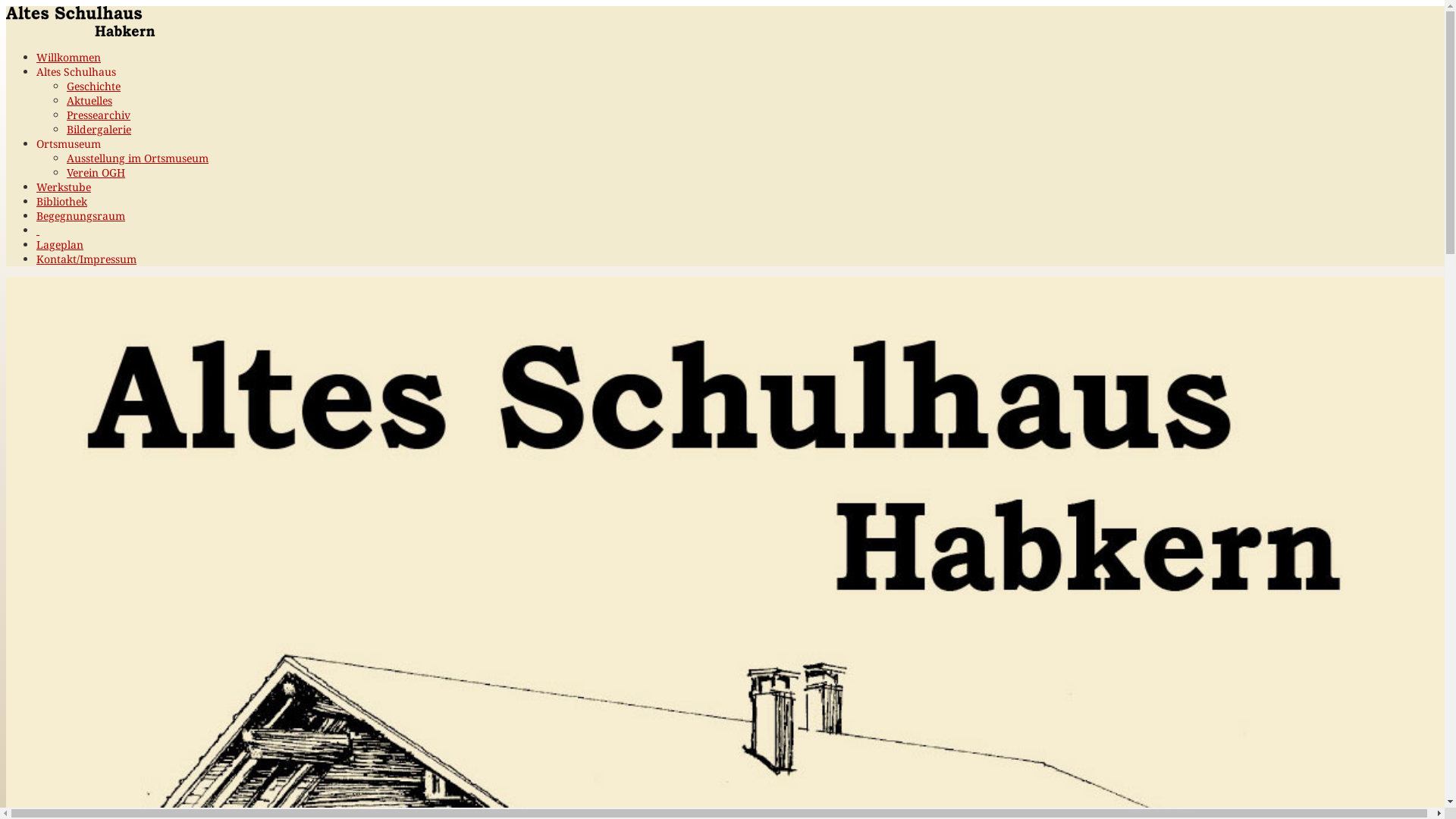 The width and height of the screenshot is (1456, 819). I want to click on 'Ortsmuseum', so click(36, 143).